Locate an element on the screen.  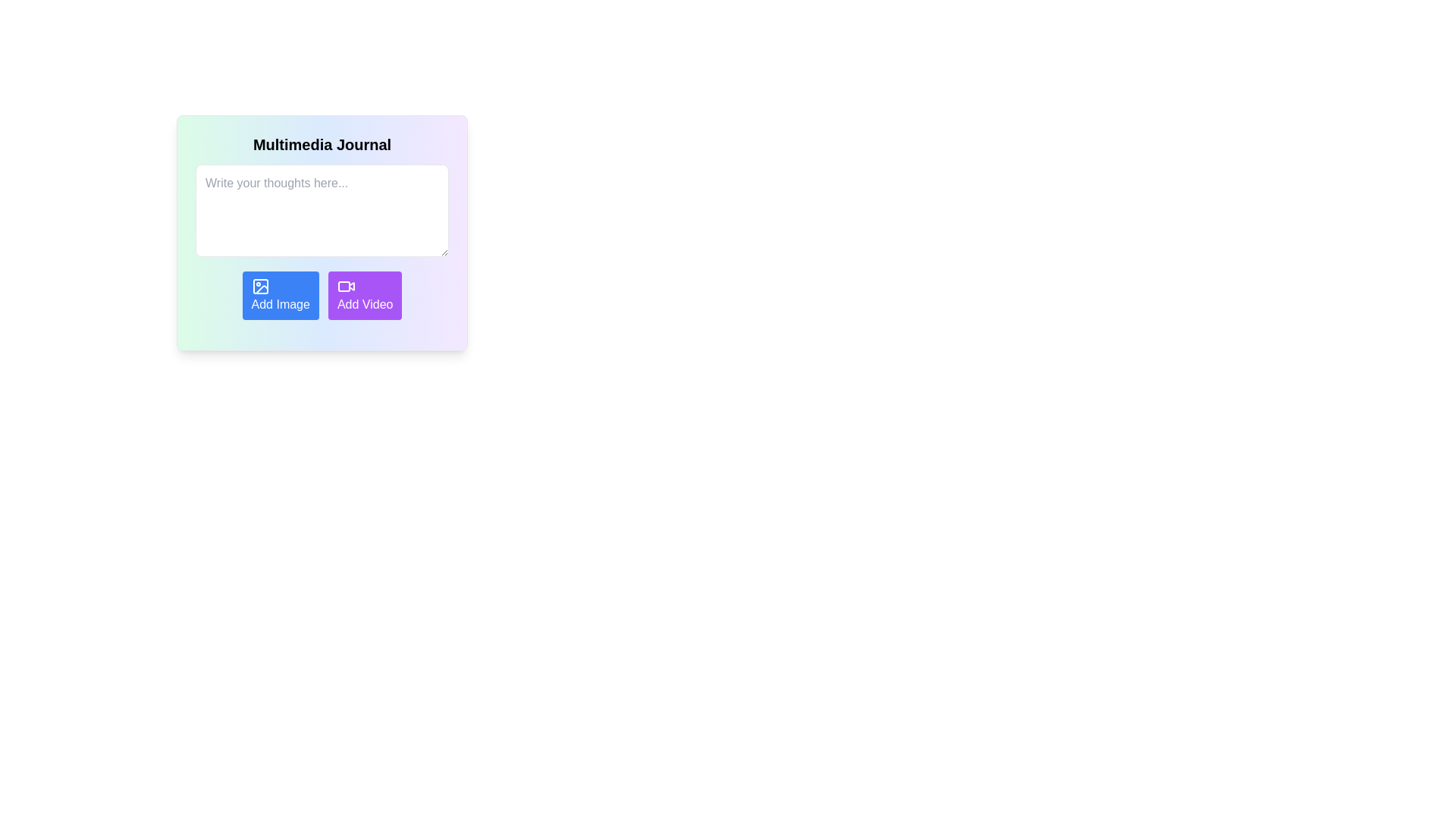
the video-related icon within the purple 'Add Video' button located at the bottom-right of the 'Multimedia Journal' dialog box is located at coordinates (343, 287).